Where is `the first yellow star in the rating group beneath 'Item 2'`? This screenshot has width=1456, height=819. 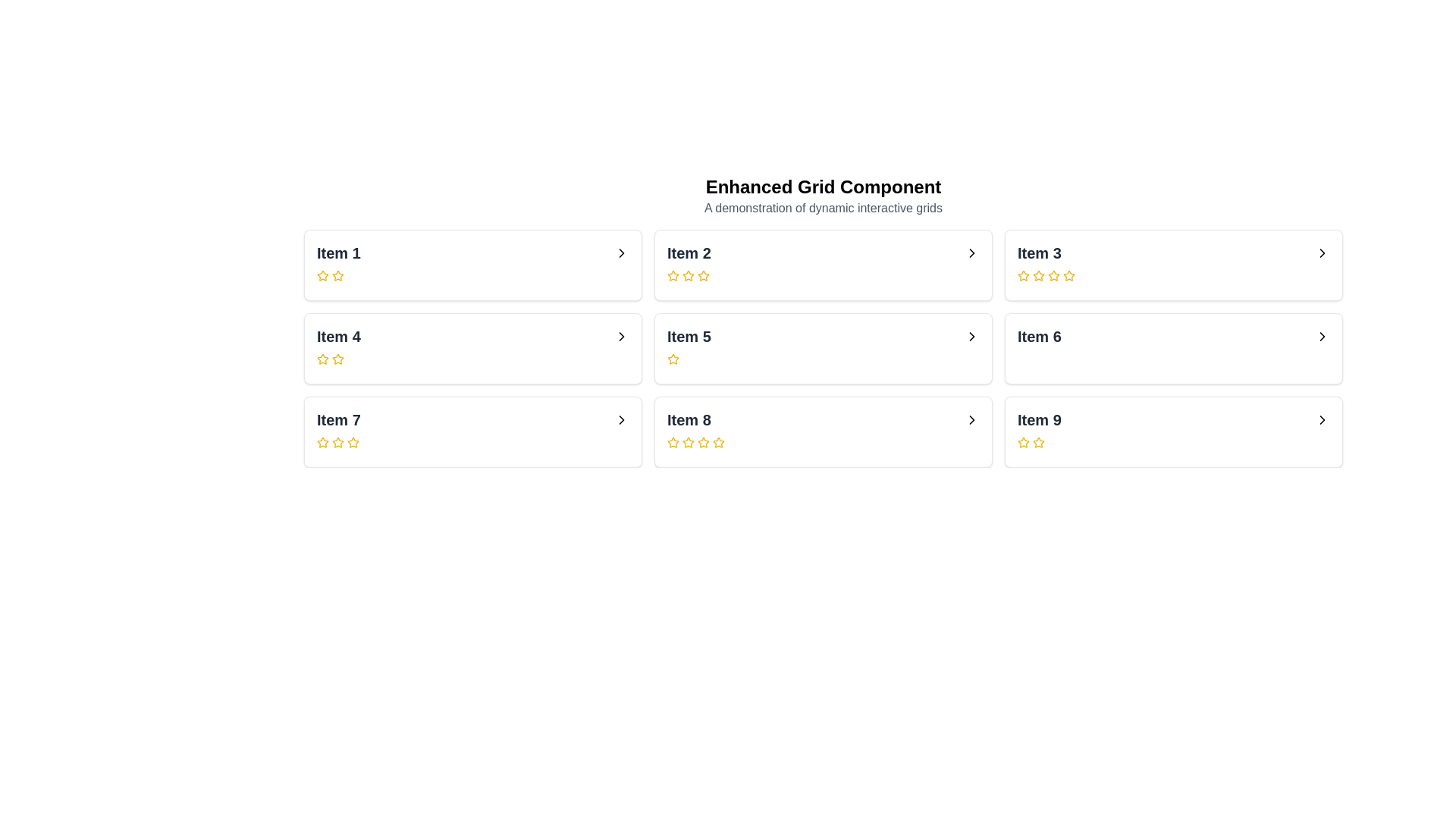 the first yellow star in the rating group beneath 'Item 2' is located at coordinates (673, 275).